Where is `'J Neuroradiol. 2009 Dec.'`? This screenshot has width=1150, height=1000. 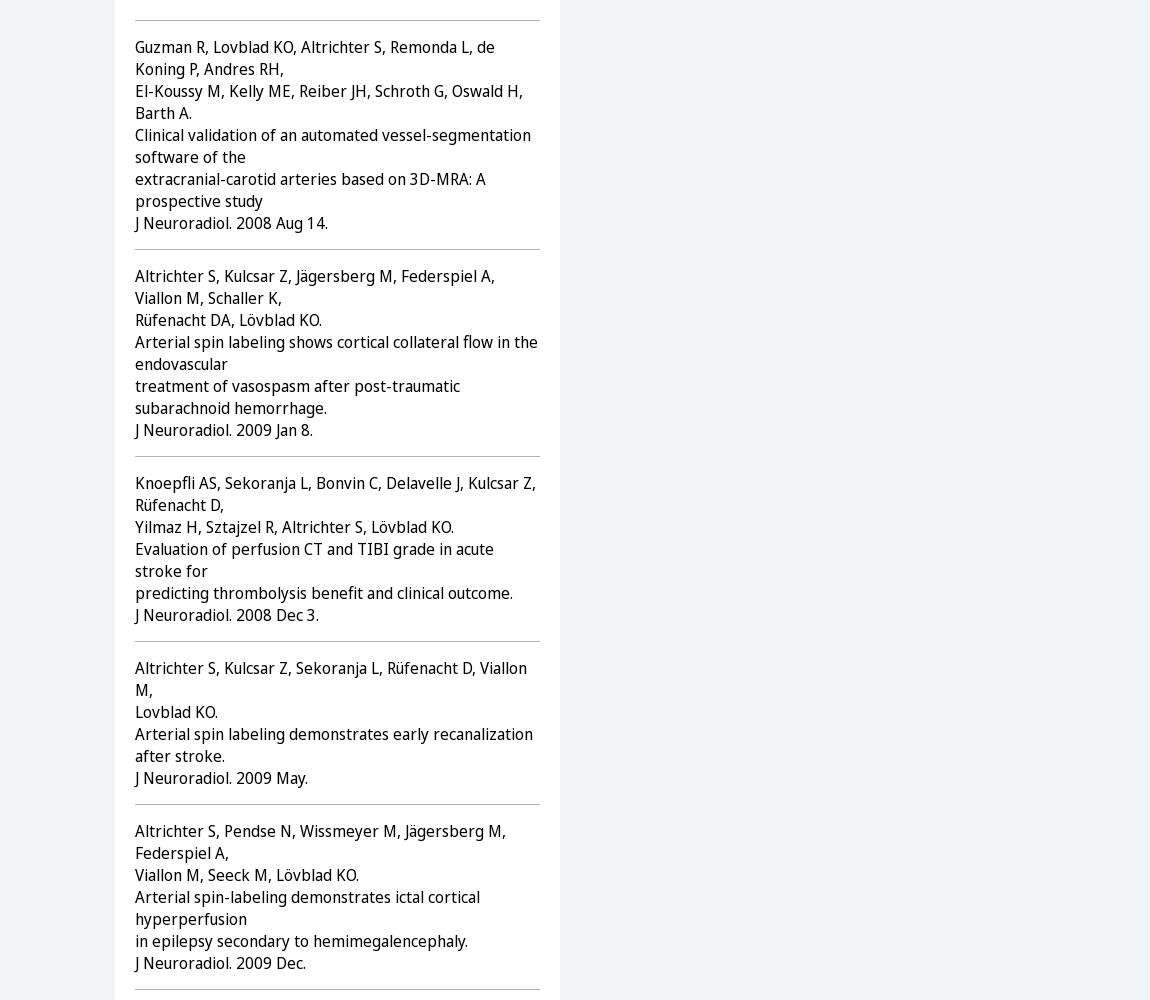 'J Neuroradiol. 2009 Dec.' is located at coordinates (219, 961).